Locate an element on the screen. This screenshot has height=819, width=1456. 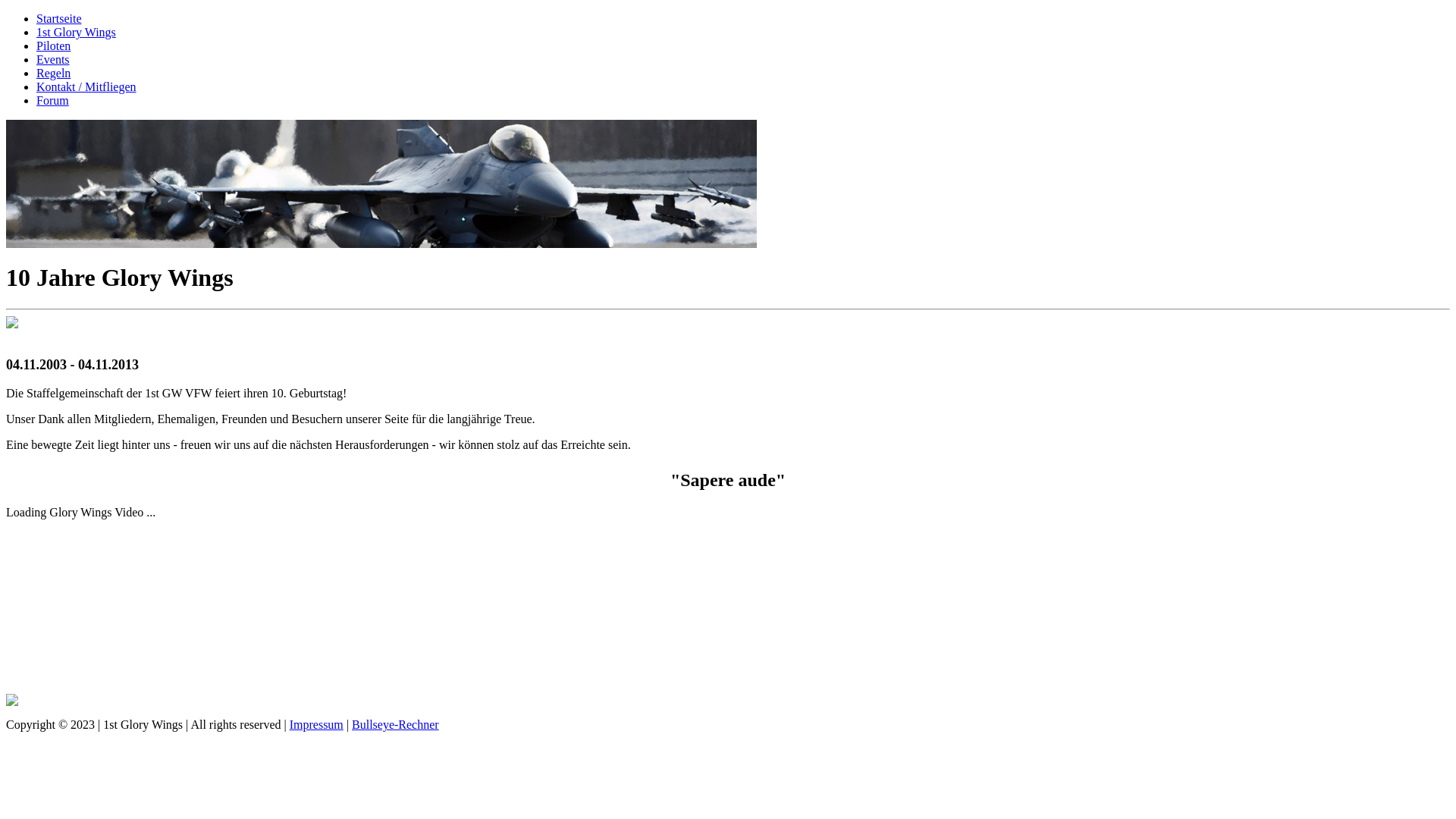
'Piloten' is located at coordinates (53, 45).